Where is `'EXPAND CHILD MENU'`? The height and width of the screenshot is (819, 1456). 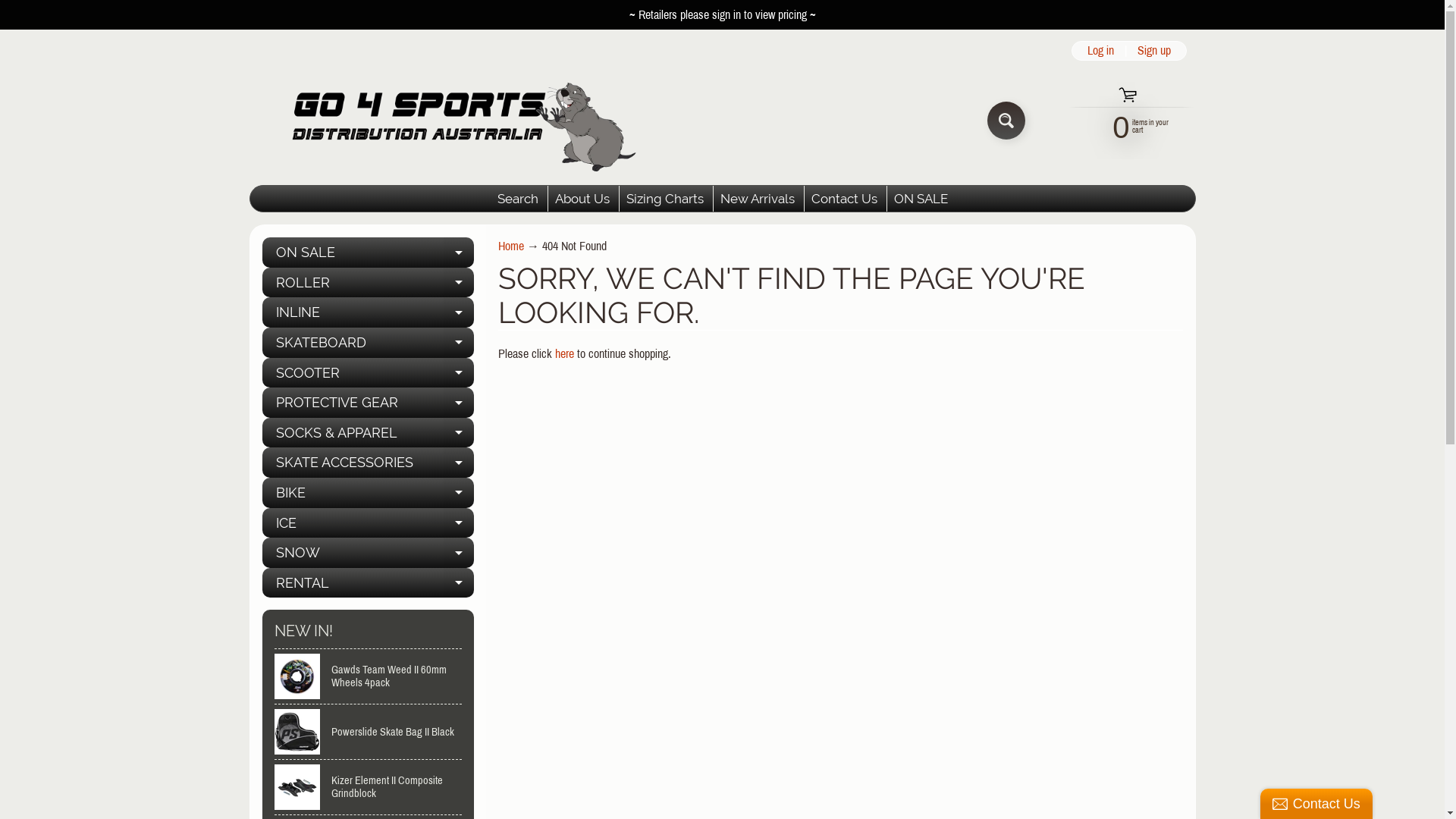
'EXPAND CHILD MENU' is located at coordinates (457, 251).